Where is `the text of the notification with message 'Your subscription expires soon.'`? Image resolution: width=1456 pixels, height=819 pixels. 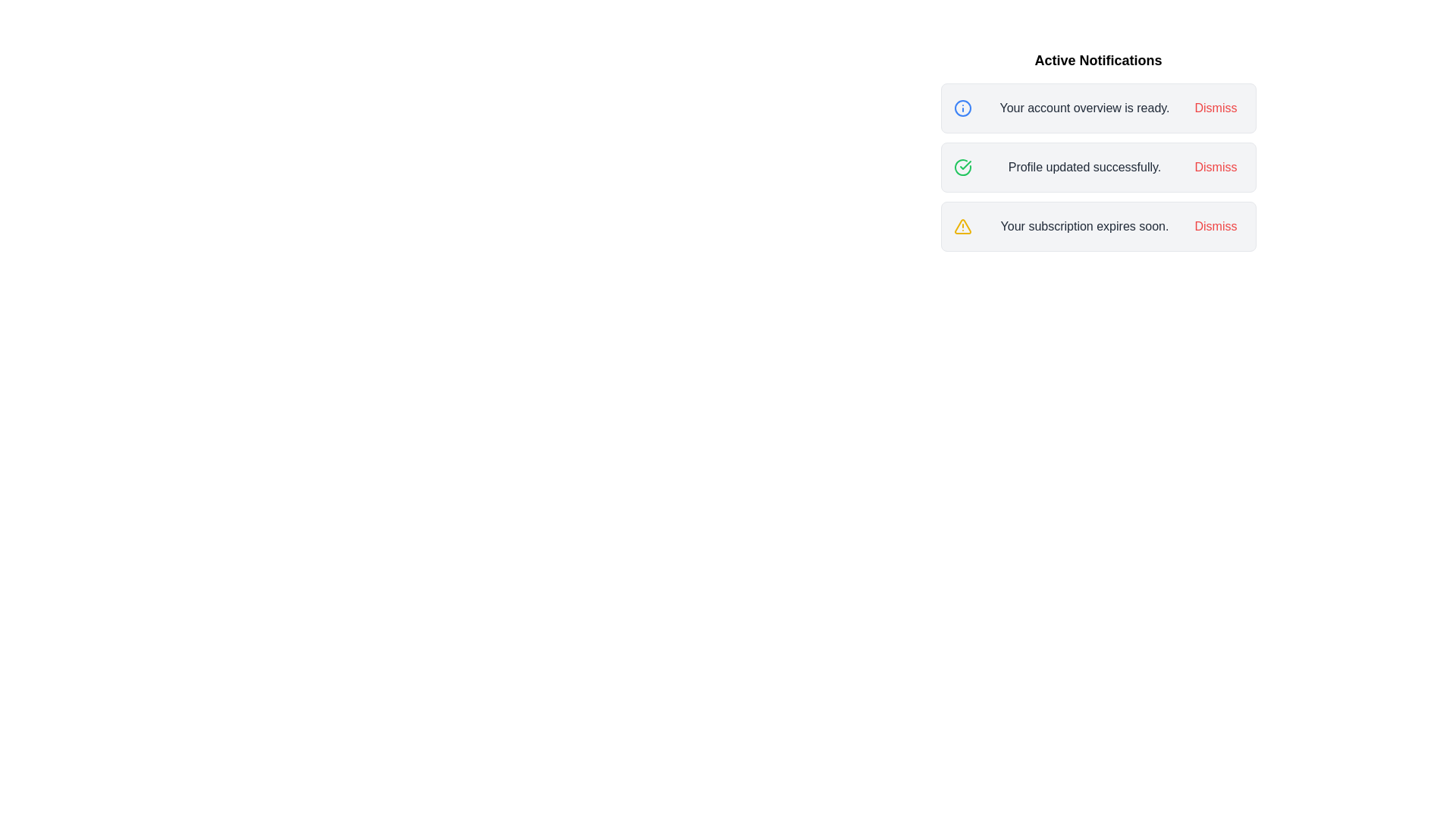 the text of the notification with message 'Your subscription expires soon.' is located at coordinates (1084, 227).